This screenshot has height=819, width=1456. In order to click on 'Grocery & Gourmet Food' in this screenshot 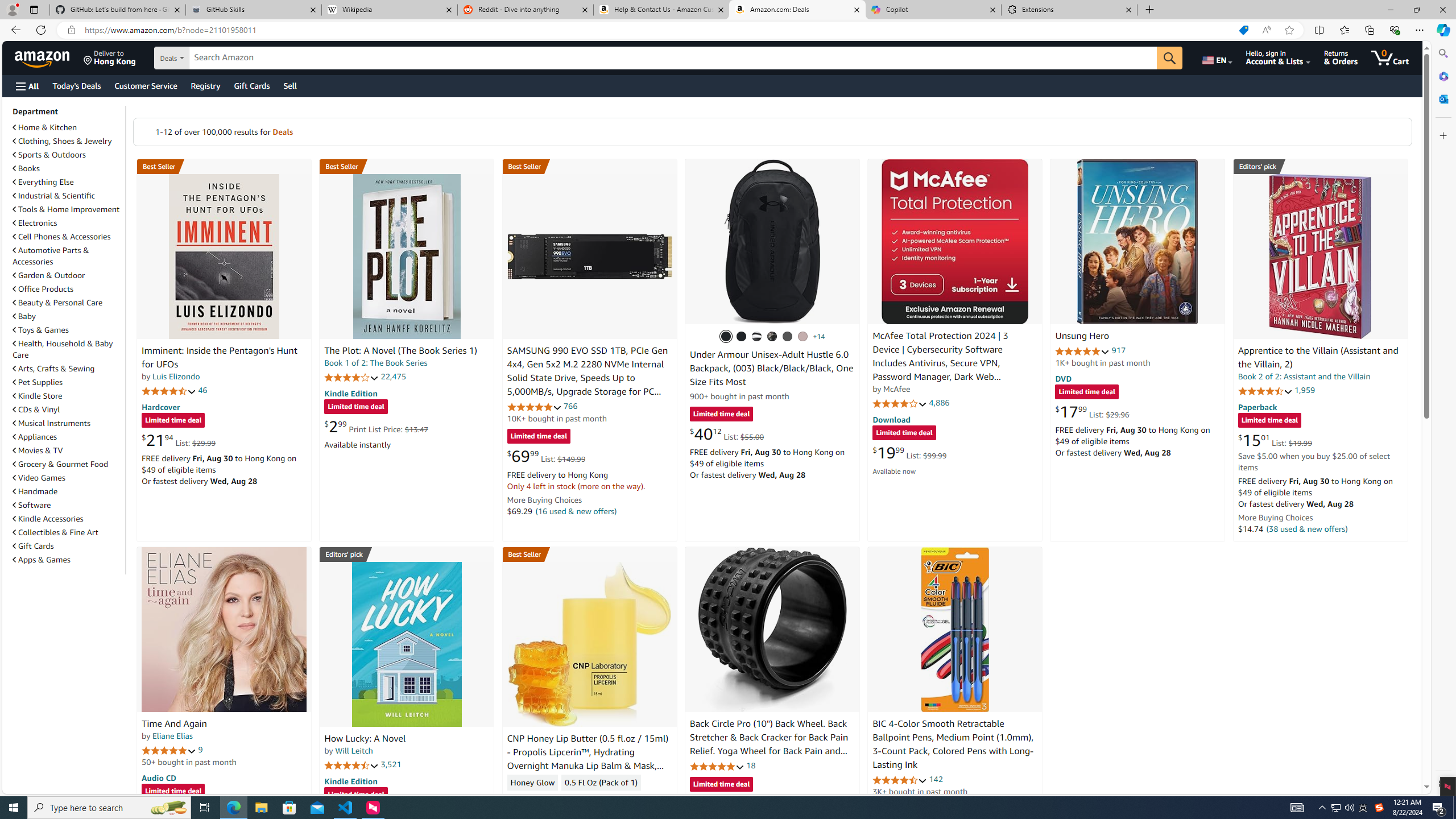, I will do `click(67, 464)`.